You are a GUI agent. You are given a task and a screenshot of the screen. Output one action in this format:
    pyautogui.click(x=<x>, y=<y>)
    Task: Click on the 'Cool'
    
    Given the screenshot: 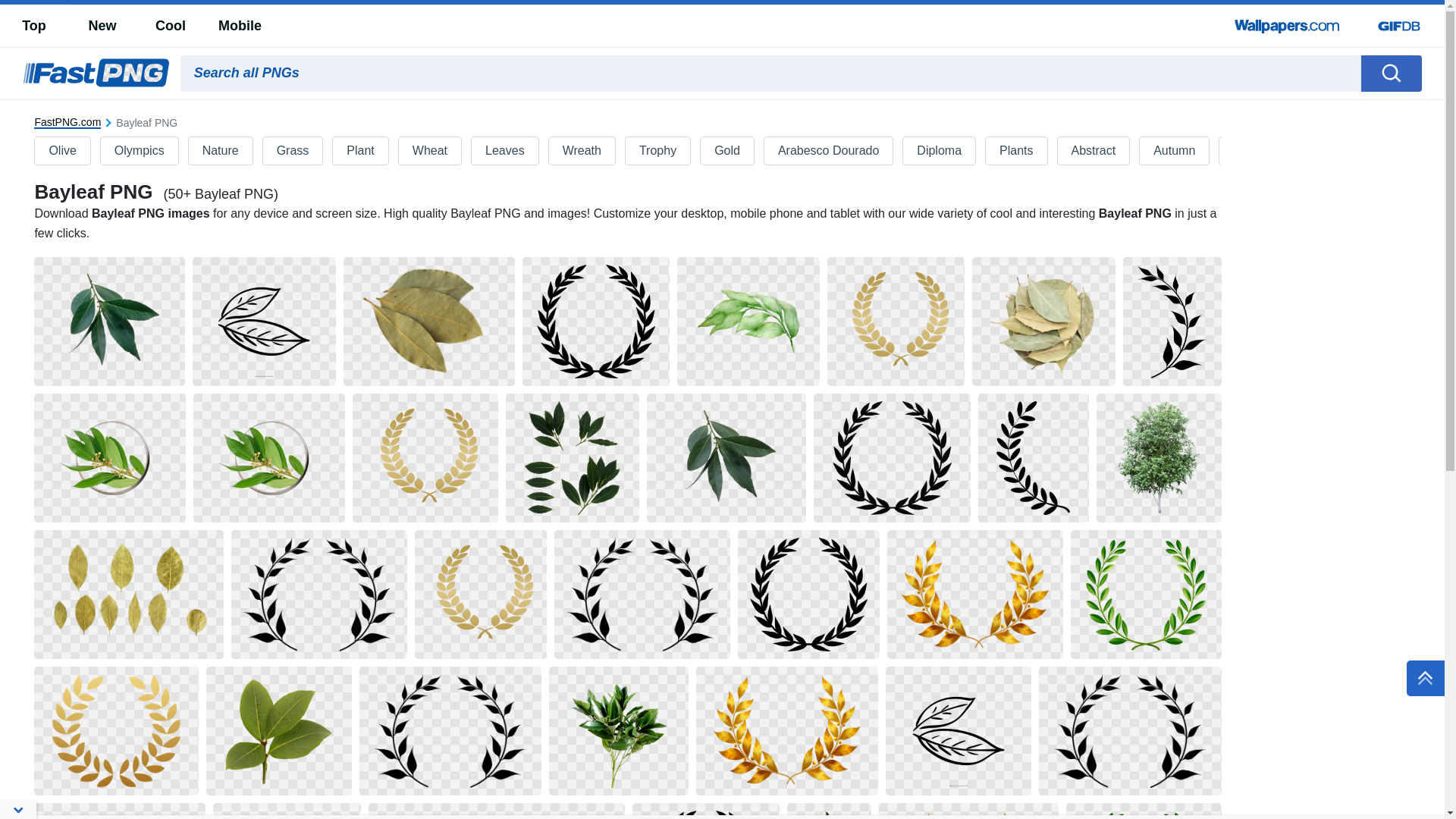 What is the action you would take?
    pyautogui.click(x=171, y=26)
    